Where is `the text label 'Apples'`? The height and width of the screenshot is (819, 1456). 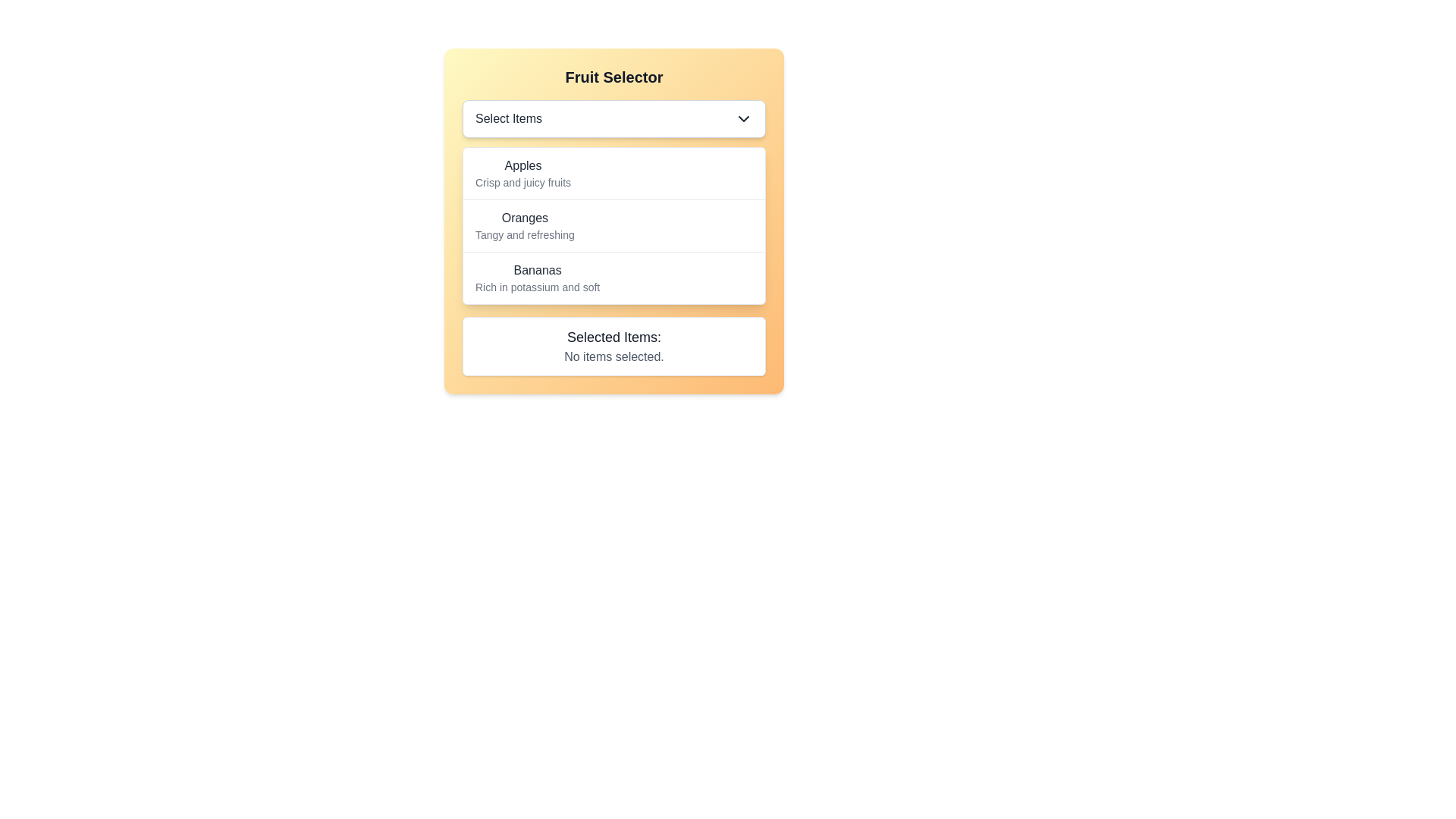
the text label 'Apples' is located at coordinates (523, 166).